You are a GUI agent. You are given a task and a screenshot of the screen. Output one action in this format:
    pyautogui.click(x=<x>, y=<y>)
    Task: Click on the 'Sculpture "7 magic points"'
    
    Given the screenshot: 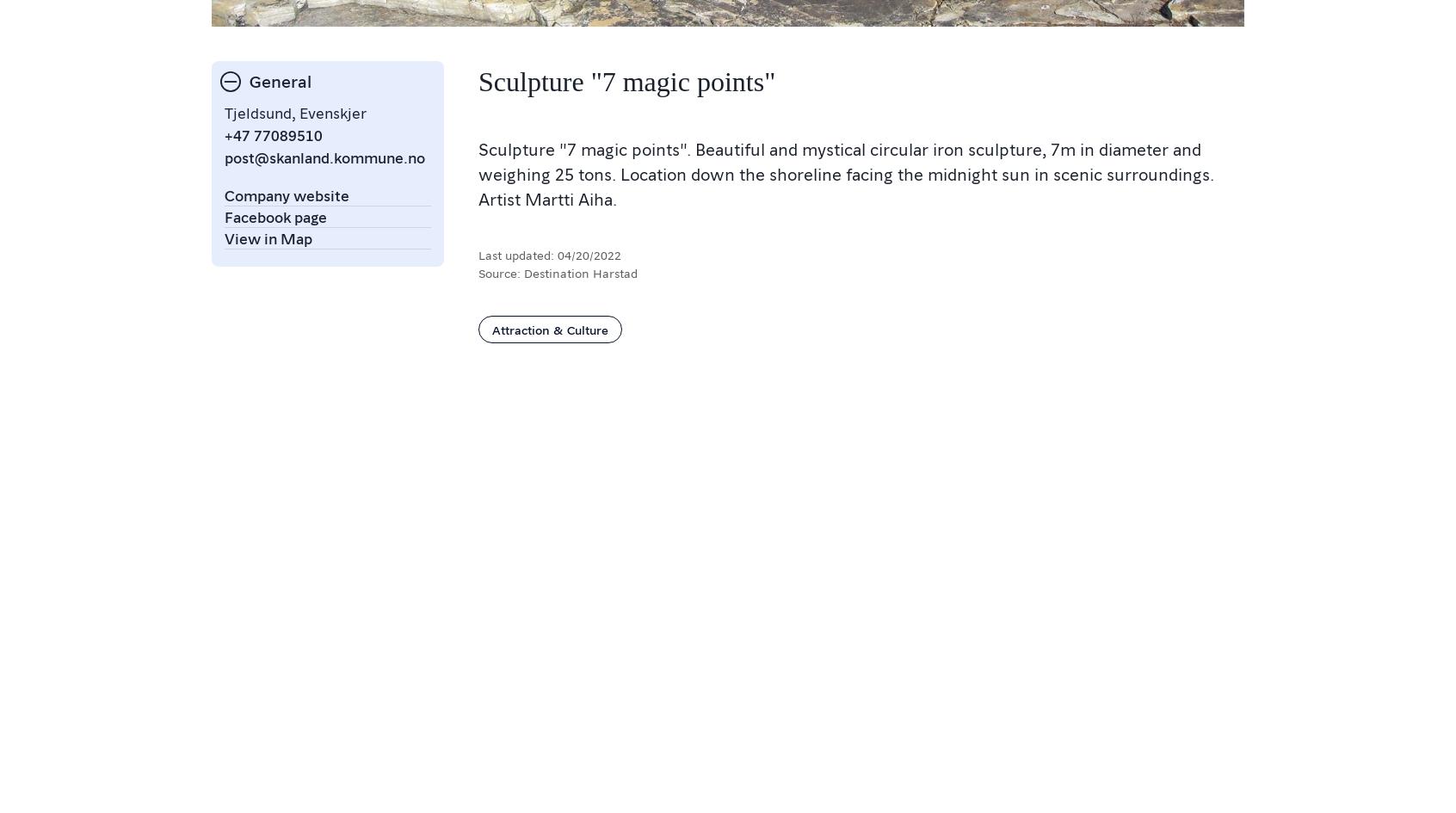 What is the action you would take?
    pyautogui.click(x=626, y=80)
    